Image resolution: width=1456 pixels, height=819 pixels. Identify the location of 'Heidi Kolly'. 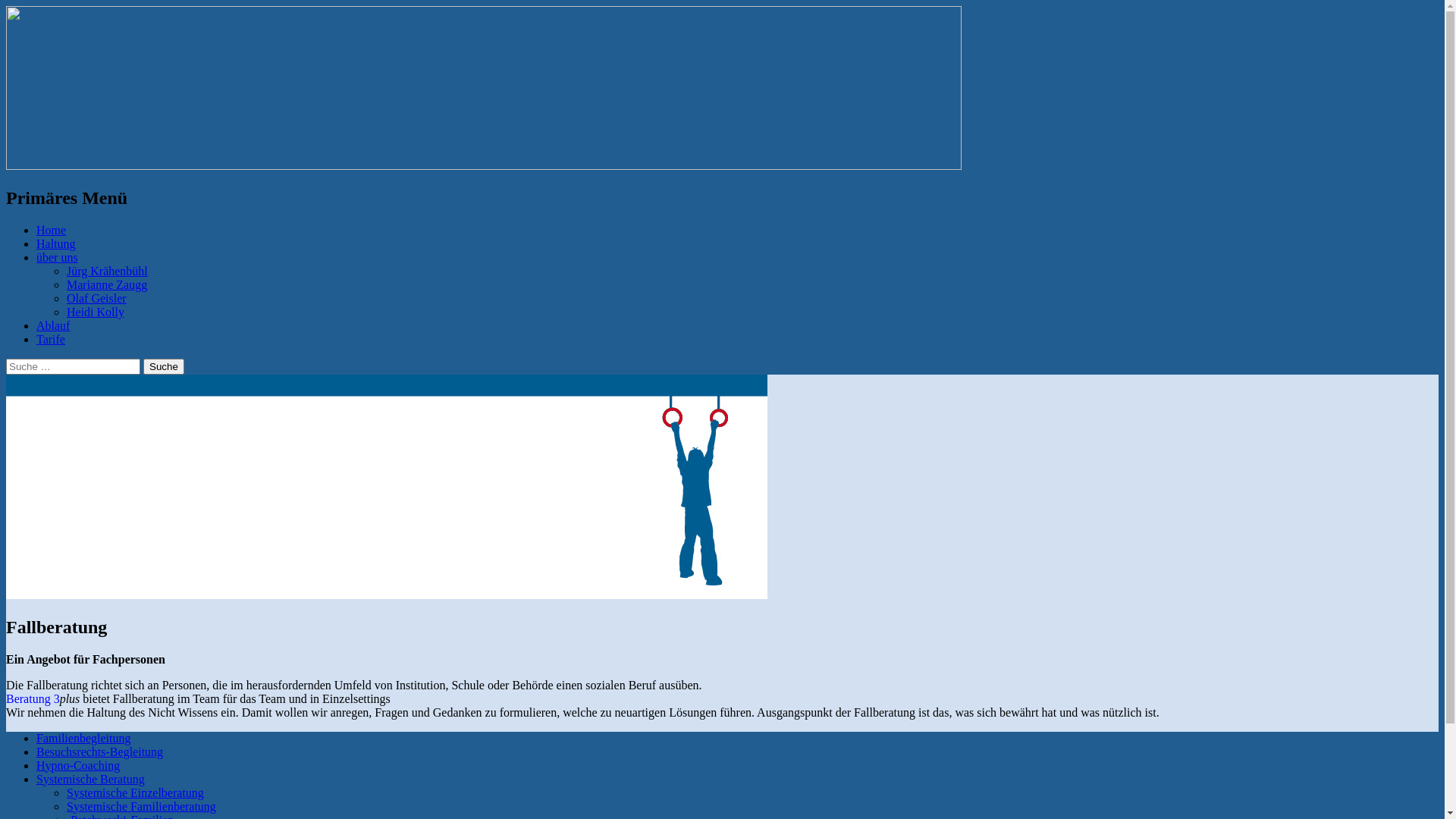
(94, 311).